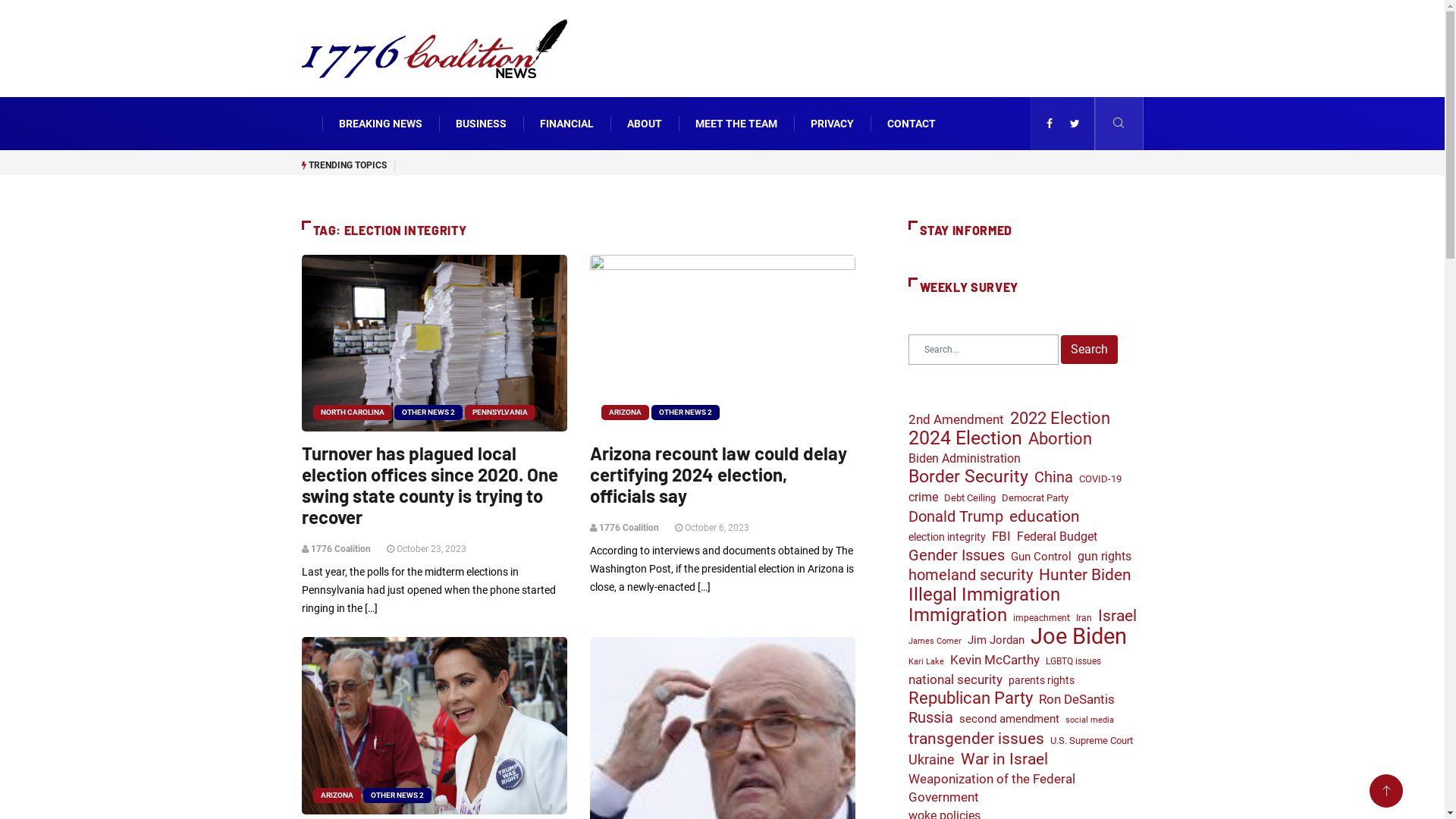  What do you see at coordinates (971, 698) in the screenshot?
I see `'Republican Party'` at bounding box center [971, 698].